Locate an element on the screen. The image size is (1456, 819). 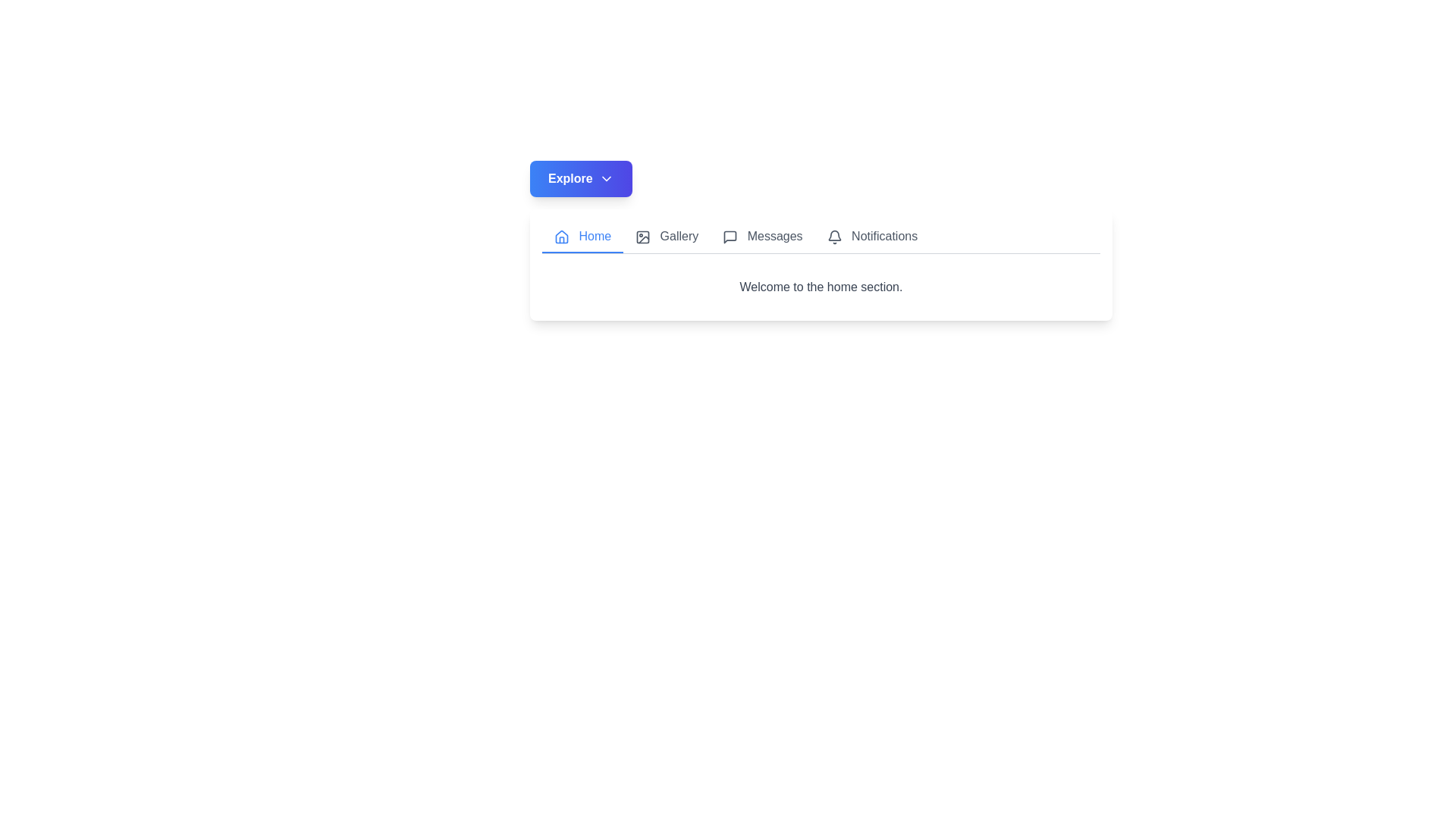
the blue house-shaped icon in the 'Home' navigation tab, which is positioned to the left of the text label 'Home' is located at coordinates (560, 237).